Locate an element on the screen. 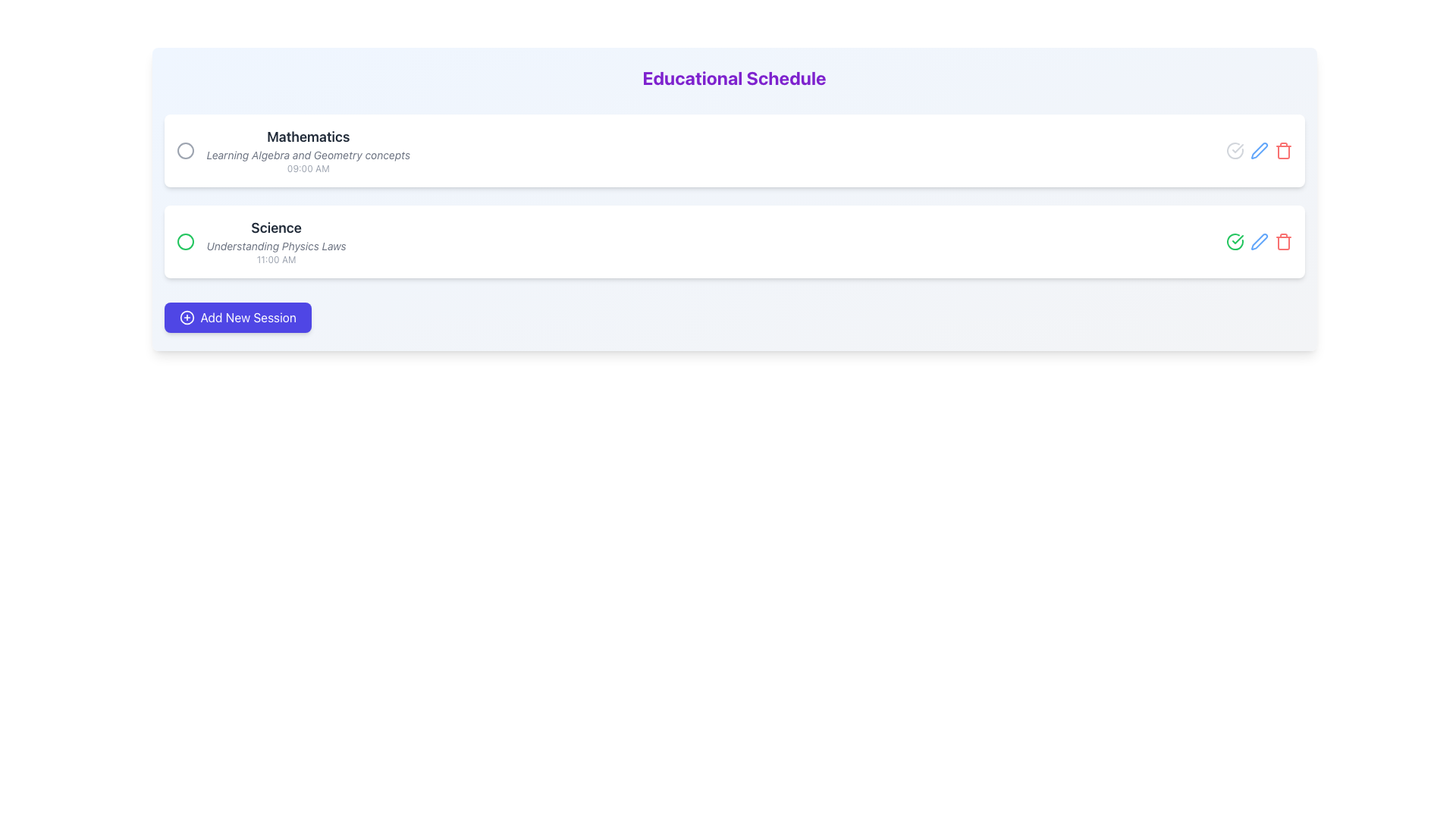 The width and height of the screenshot is (1456, 819). the pencil-shaped icon button in the Mathematics session is located at coordinates (1259, 151).